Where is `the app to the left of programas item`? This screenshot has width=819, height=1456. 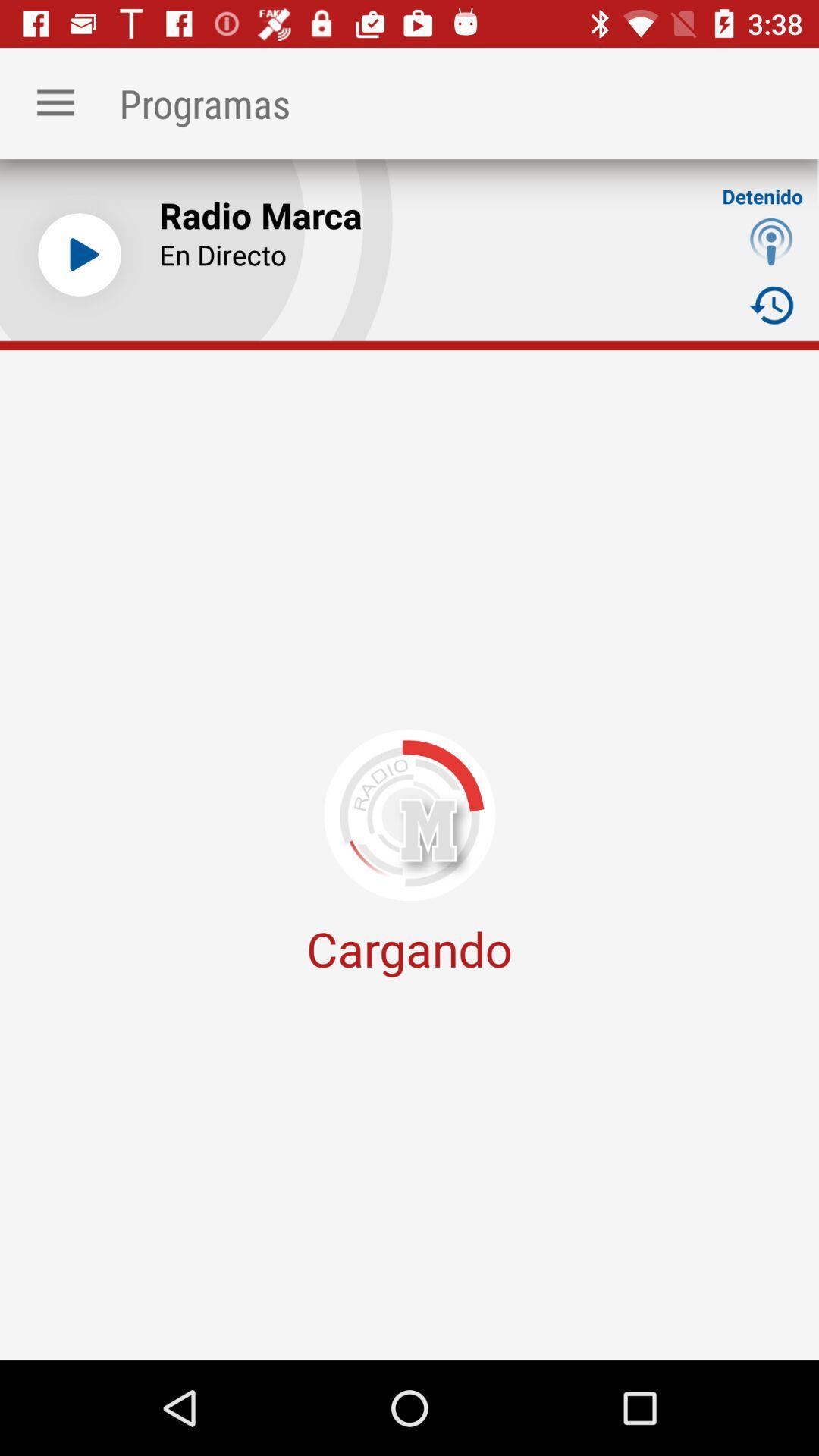
the app to the left of programas item is located at coordinates (55, 102).